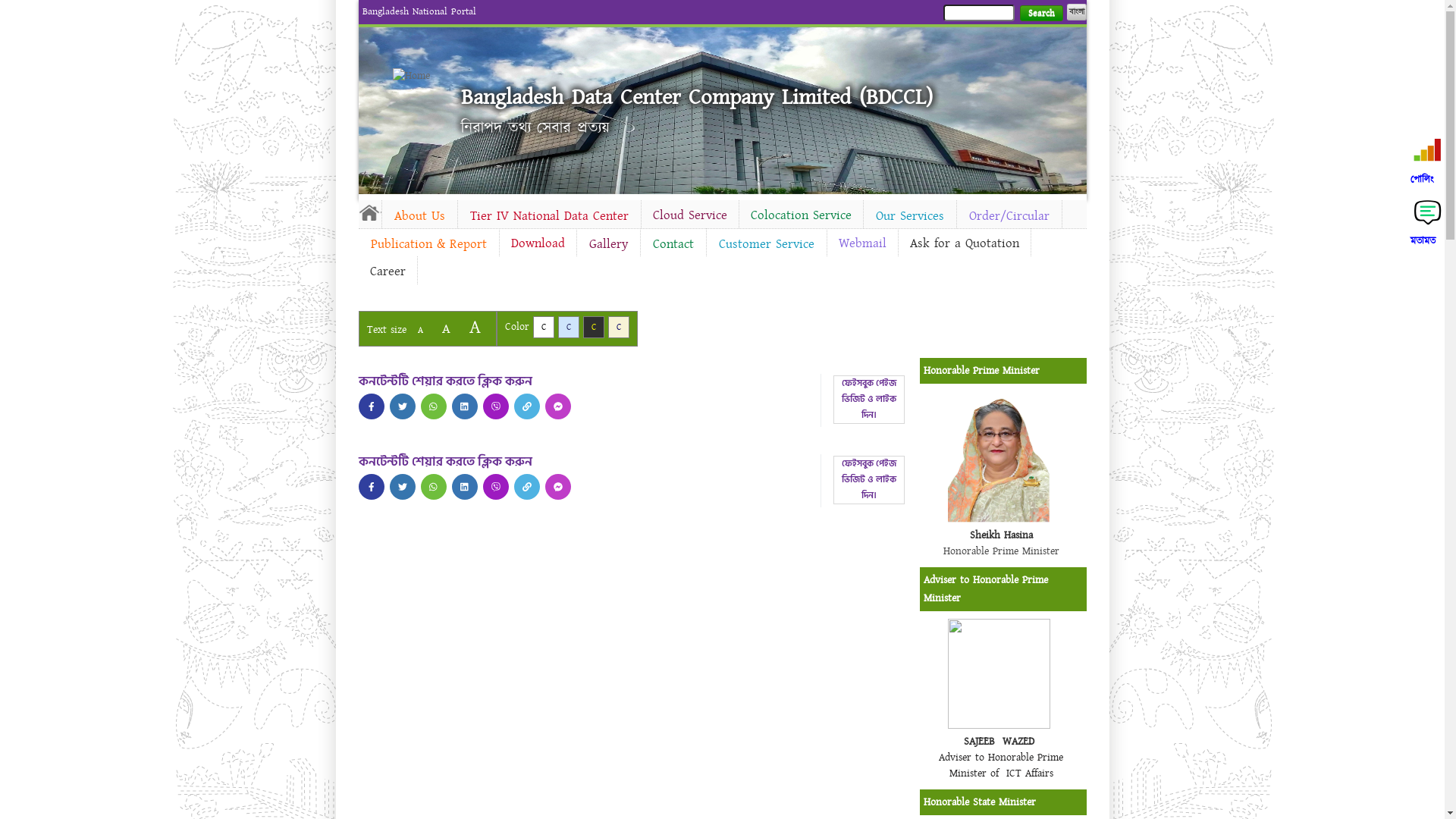 The width and height of the screenshot is (1456, 819). What do you see at coordinates (419, 329) in the screenshot?
I see `'A'` at bounding box center [419, 329].